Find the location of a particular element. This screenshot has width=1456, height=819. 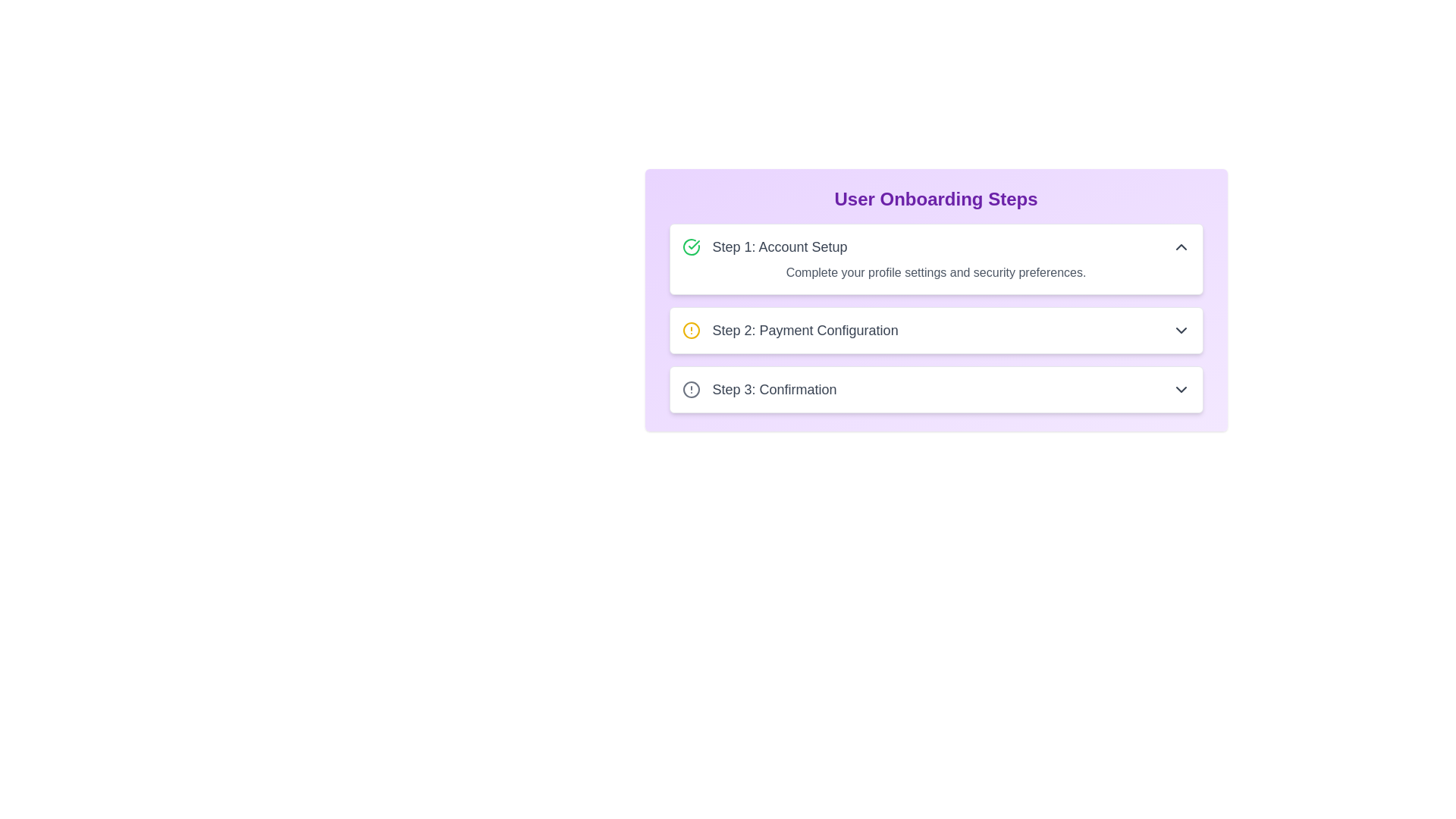

the second step panel of the onboarding process is located at coordinates (935, 329).